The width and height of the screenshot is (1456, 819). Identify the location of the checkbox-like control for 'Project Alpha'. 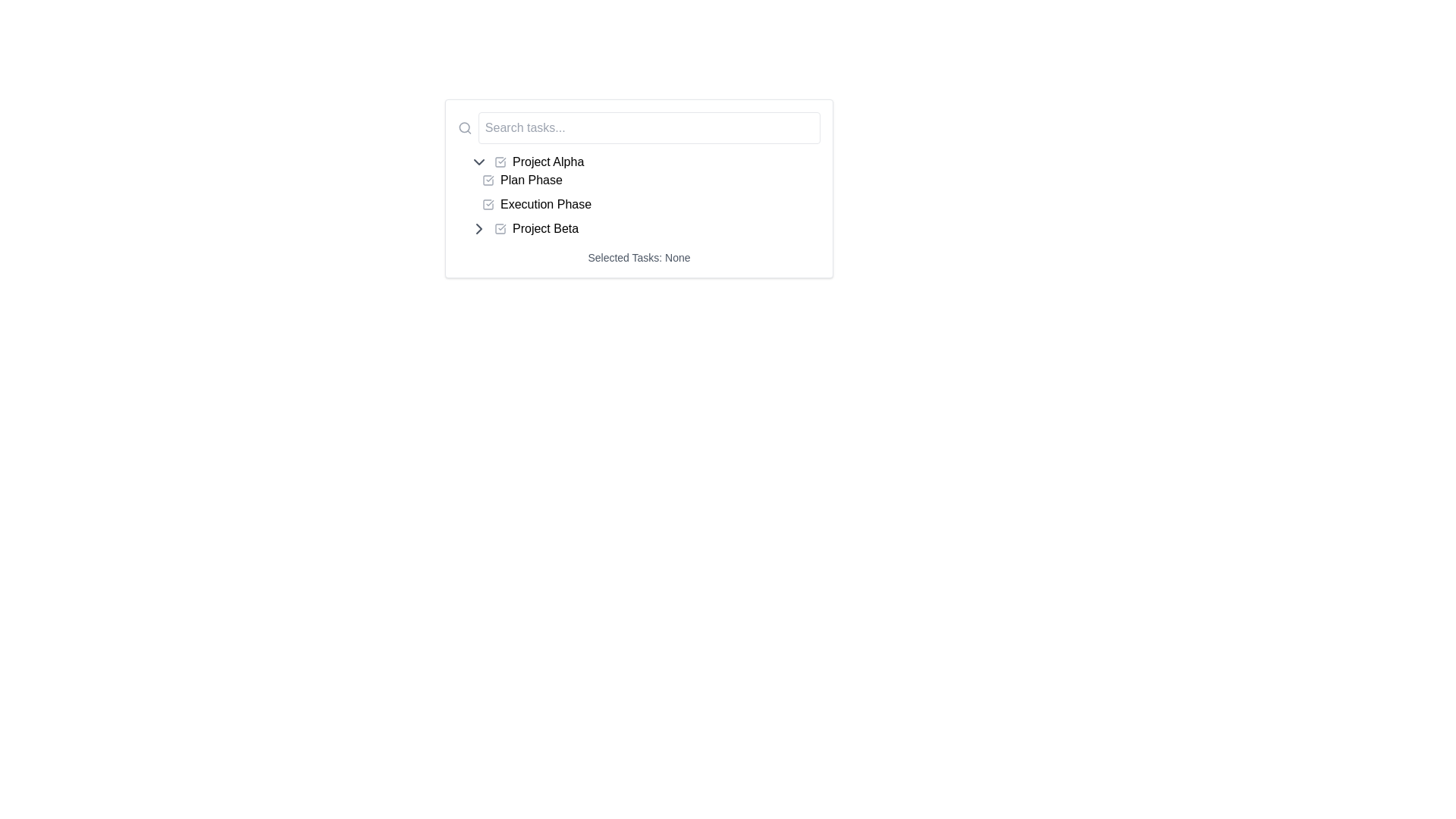
(500, 162).